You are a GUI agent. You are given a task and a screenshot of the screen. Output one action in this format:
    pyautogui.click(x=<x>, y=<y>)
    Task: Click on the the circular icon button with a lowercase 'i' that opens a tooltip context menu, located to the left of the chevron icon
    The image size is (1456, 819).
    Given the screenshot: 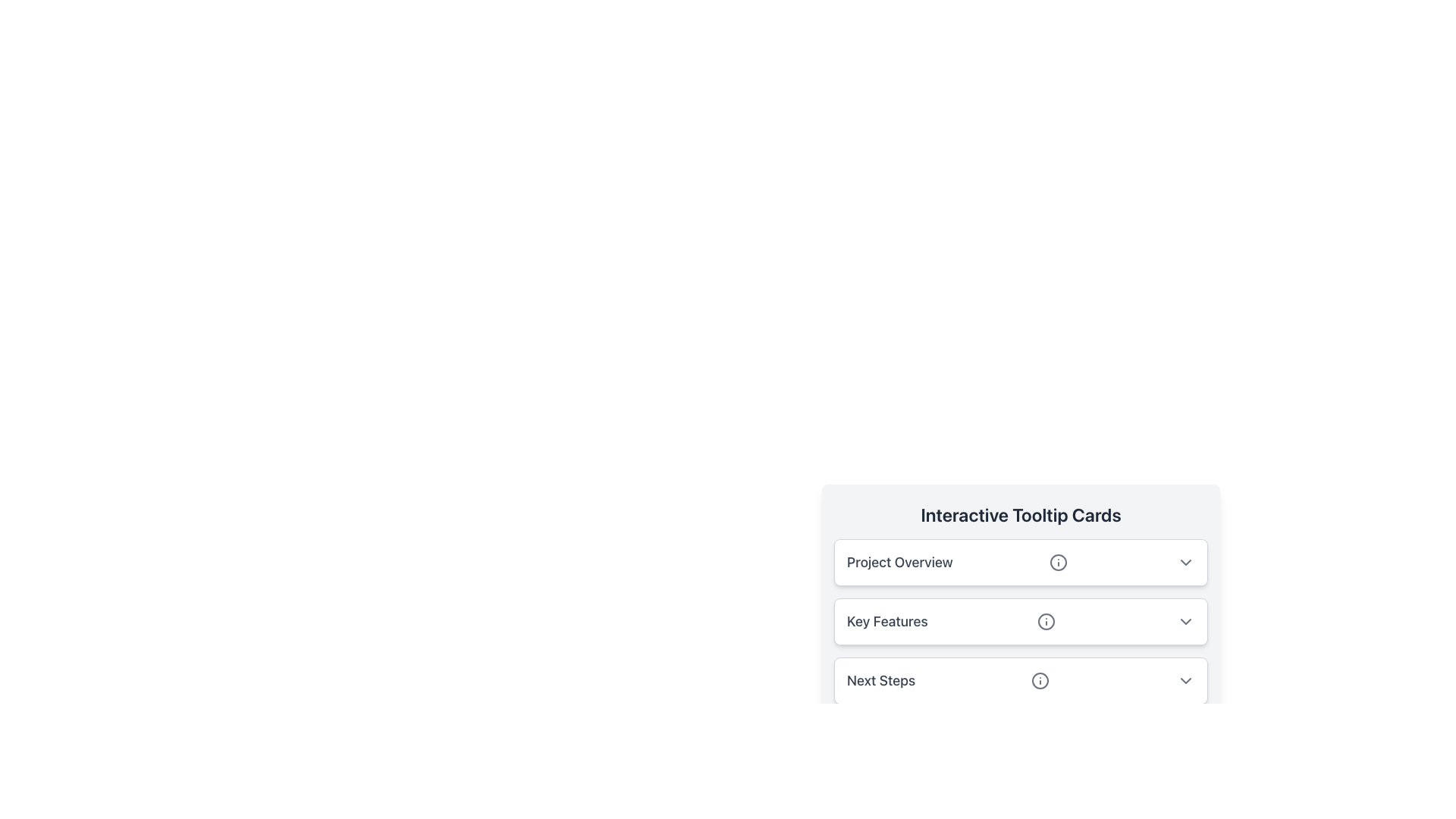 What is the action you would take?
    pyautogui.click(x=1039, y=680)
    